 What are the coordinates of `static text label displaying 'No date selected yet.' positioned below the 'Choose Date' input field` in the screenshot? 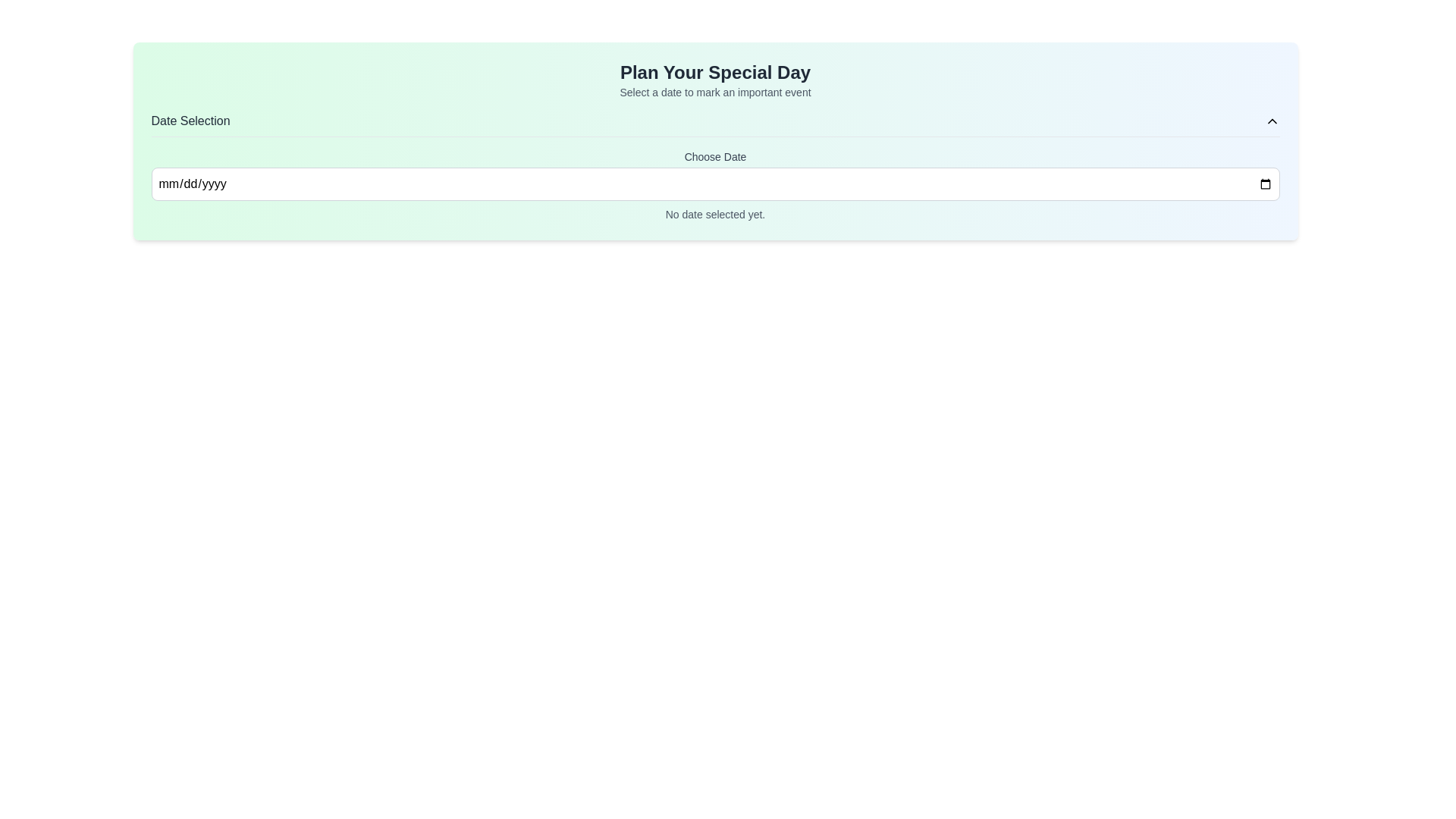 It's located at (714, 214).